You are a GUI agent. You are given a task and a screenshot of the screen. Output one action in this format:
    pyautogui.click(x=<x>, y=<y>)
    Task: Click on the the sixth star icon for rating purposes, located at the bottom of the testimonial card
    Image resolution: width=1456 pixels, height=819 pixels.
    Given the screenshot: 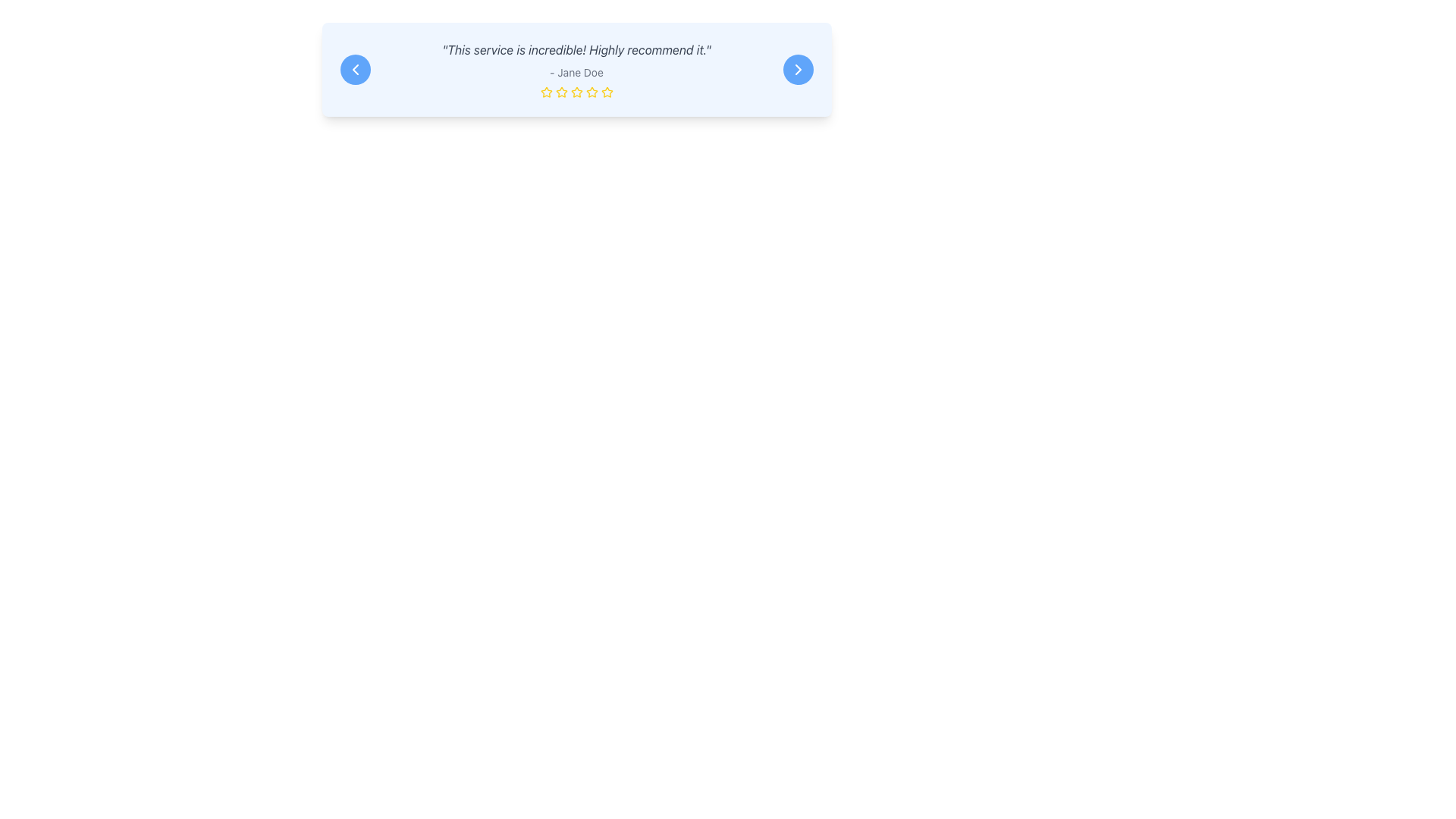 What is the action you would take?
    pyautogui.click(x=591, y=93)
    